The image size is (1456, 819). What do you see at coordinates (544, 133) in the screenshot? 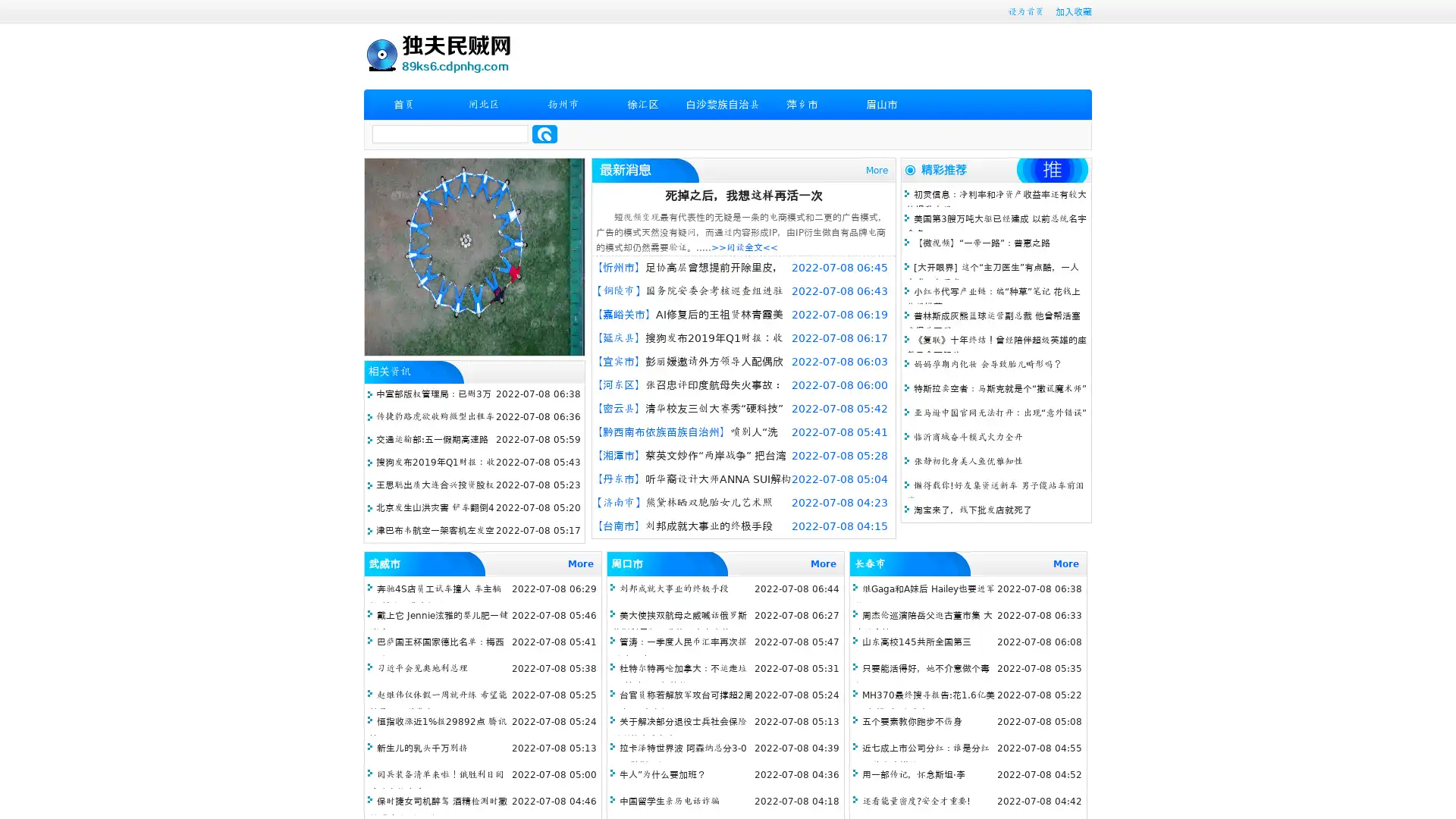
I see `Search` at bounding box center [544, 133].